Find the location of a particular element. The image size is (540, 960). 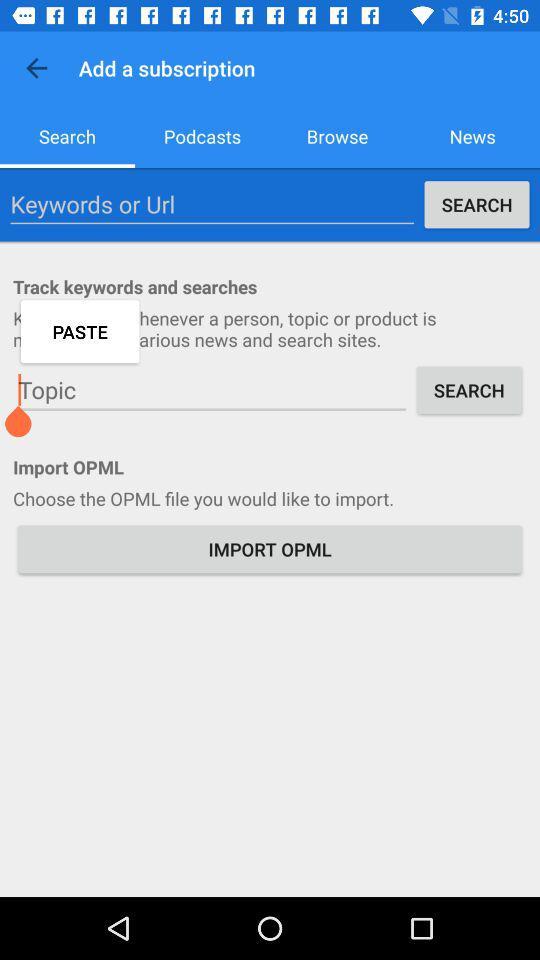

the icon to the right of the search icon is located at coordinates (202, 135).